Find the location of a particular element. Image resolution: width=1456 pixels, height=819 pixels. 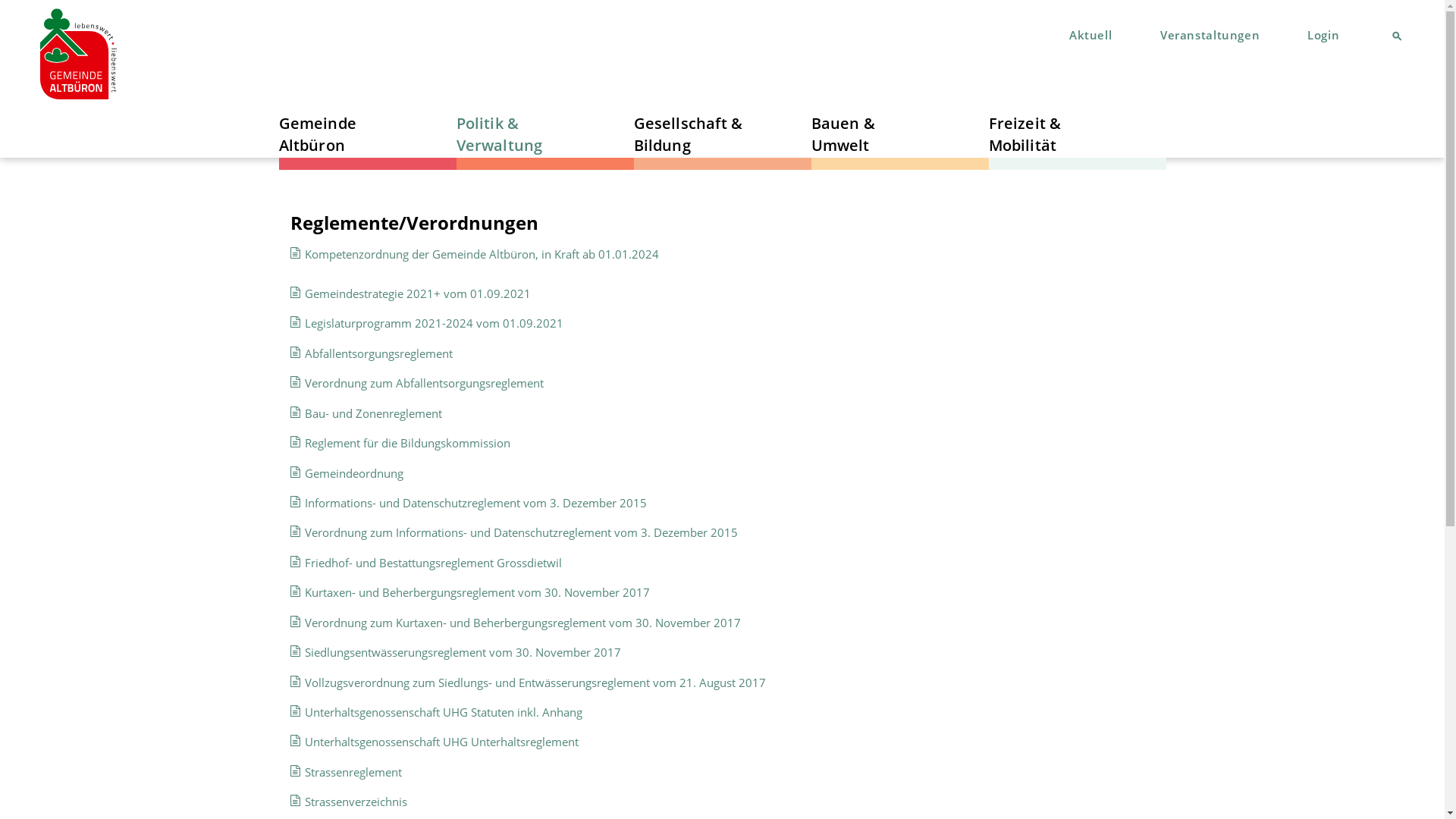

'Kurtaxen- und Beherbergungsreglement vom 30. November 2017' is located at coordinates (476, 591).